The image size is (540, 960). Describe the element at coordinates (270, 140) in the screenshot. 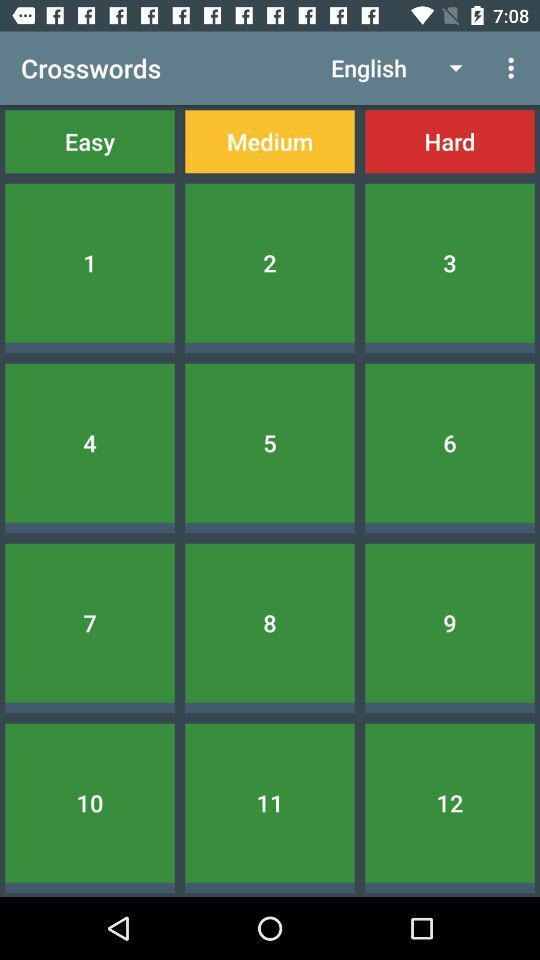

I see `the icon next to easy icon` at that location.